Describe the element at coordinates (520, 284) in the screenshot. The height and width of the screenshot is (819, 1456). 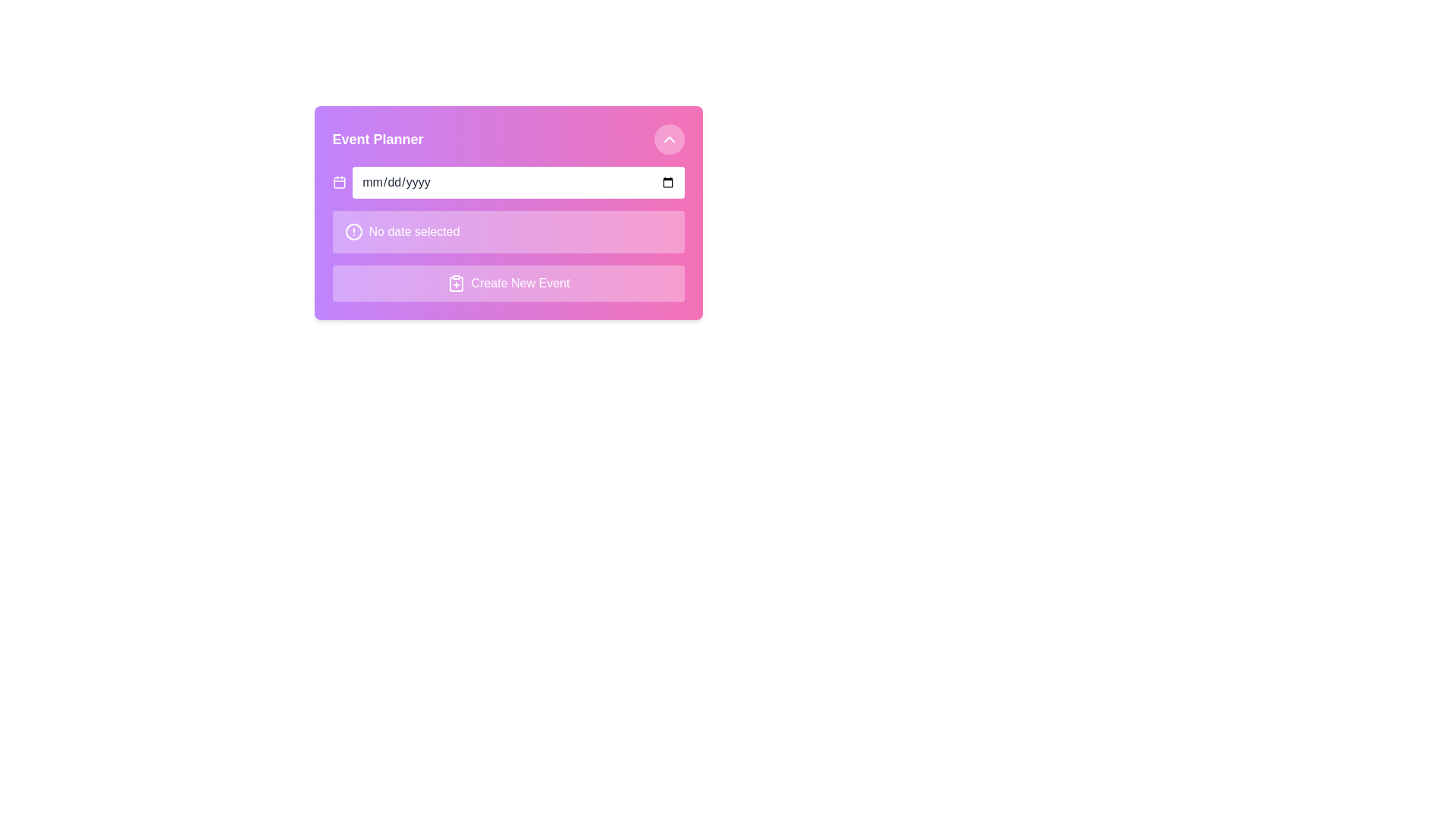
I see `the 'Create New Event' text label, which is styled in white text on a pink and purple gradient background and is part of a button at the bottom of an event creation card` at that location.